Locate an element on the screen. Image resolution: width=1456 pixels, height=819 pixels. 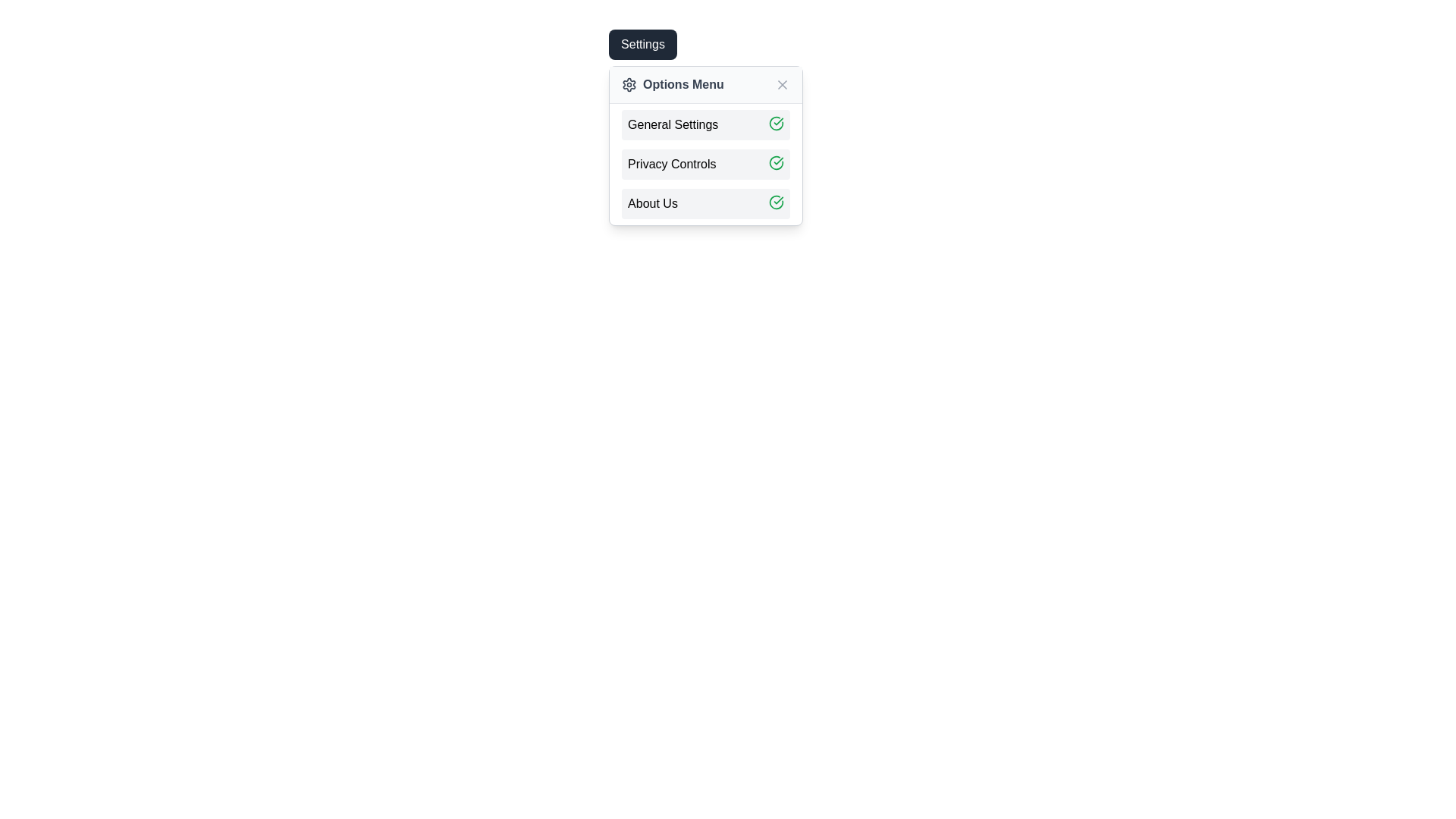
the state of the green circular icon with a checkmark inside, located in the lower-right corner of the 'About Us' section is located at coordinates (777, 201).